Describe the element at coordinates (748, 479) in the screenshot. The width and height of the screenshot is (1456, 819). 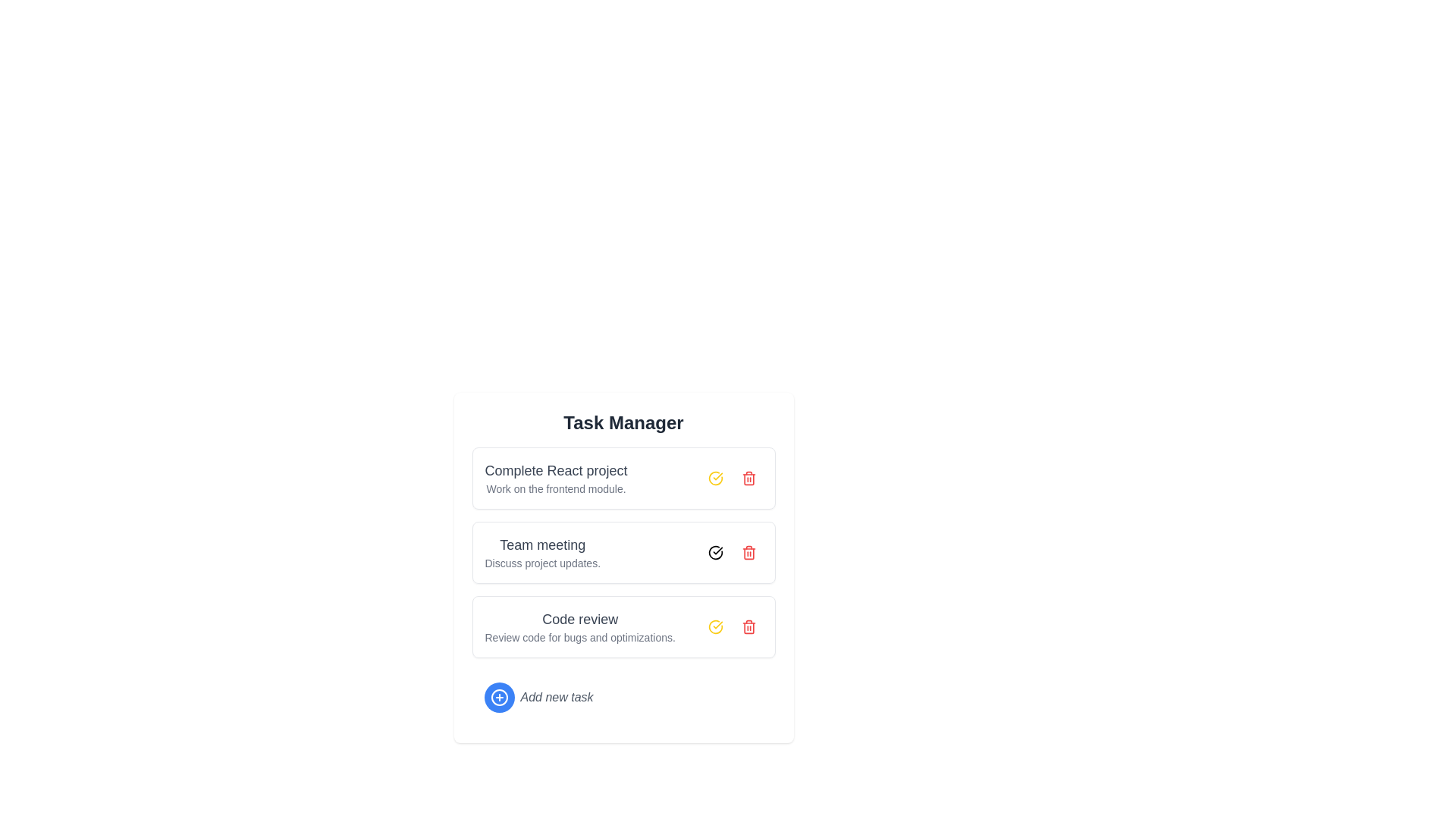
I see `the first trash icon button located on the right-hand side of the 'Complete React project' task entry` at that location.